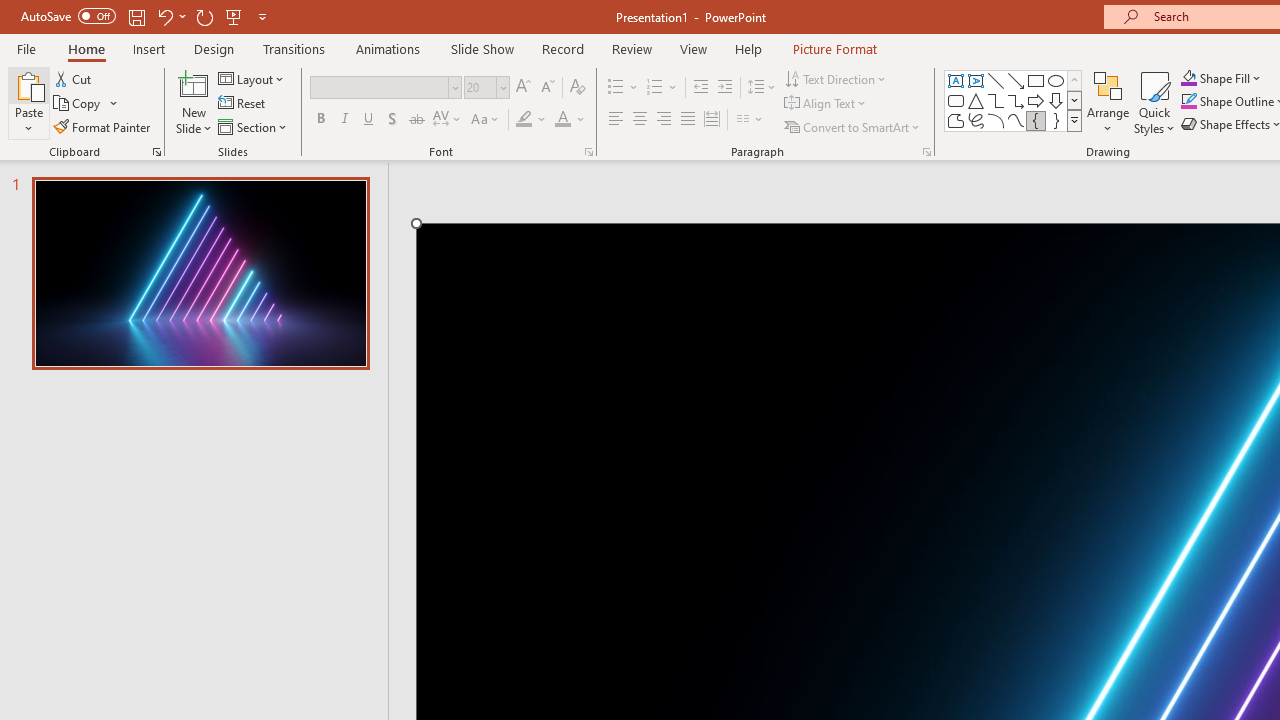 The image size is (1280, 720). What do you see at coordinates (1189, 77) in the screenshot?
I see `'Shape Fill Orange, Accent 2'` at bounding box center [1189, 77].